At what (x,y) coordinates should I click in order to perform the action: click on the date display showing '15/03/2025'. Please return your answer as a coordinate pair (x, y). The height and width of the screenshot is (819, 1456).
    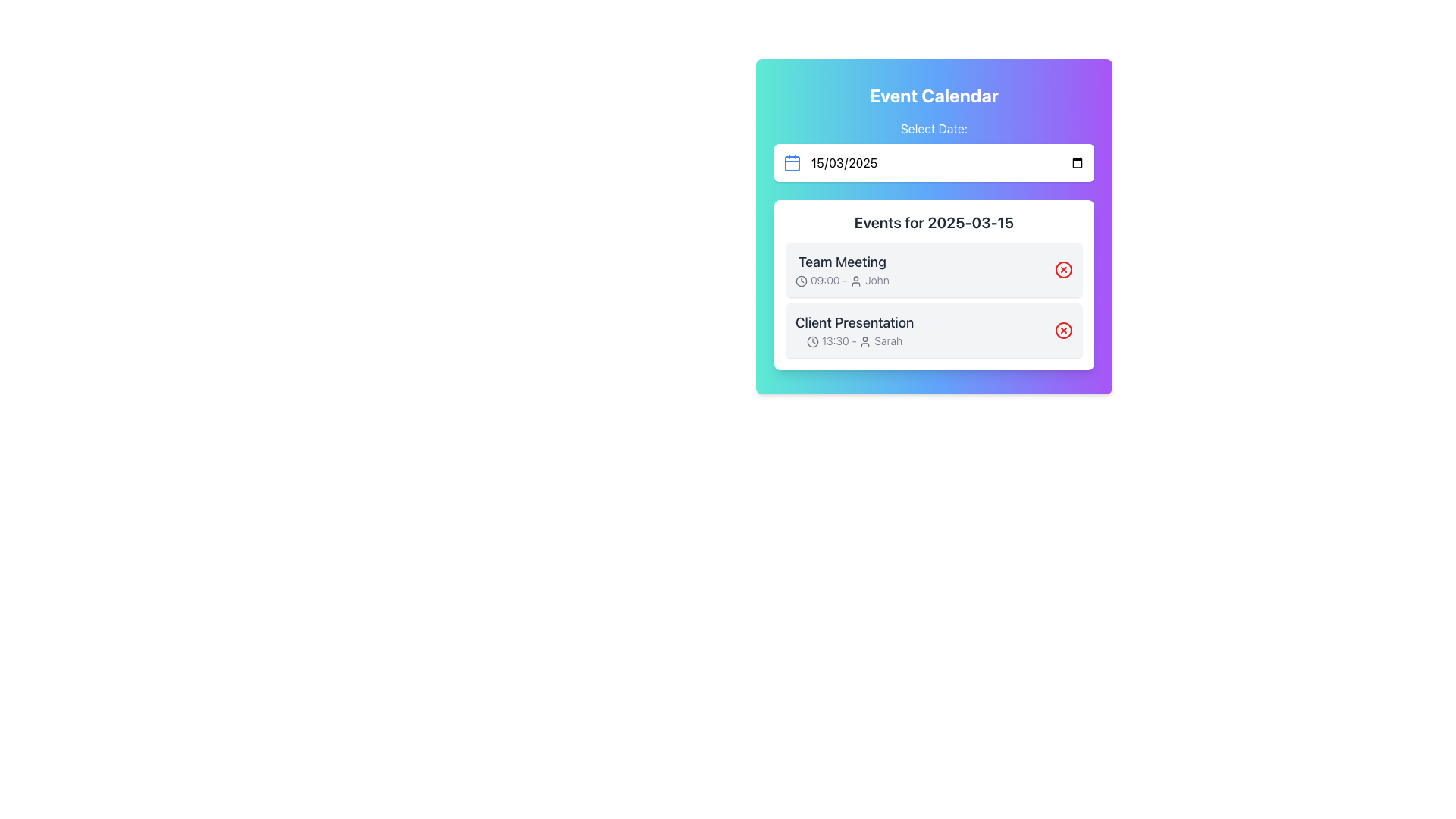
    Looking at the image, I should click on (934, 163).